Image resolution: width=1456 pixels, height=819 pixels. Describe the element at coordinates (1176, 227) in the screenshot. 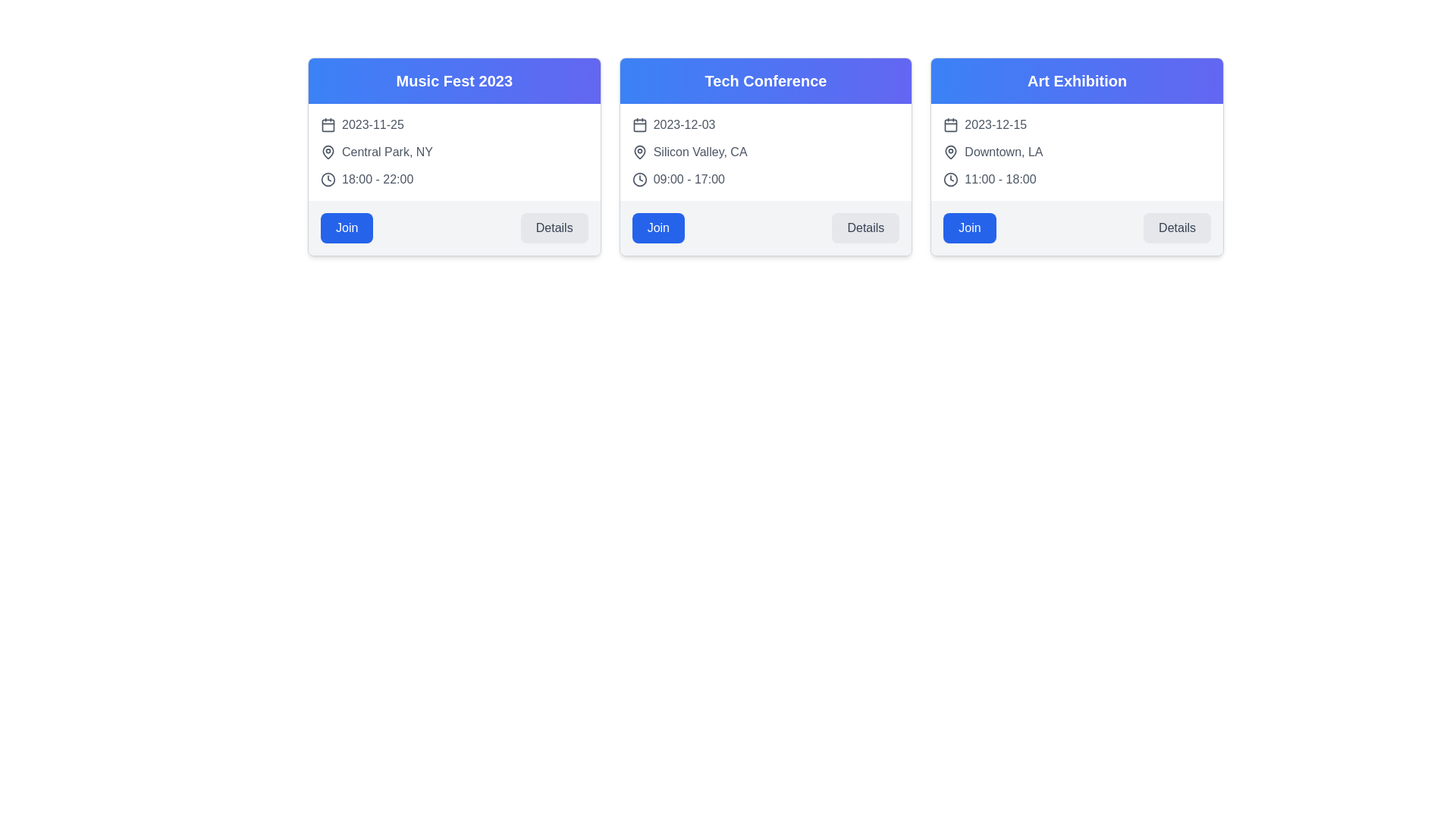

I see `the 'Details' button, which has rounded corners and a light gray background` at that location.